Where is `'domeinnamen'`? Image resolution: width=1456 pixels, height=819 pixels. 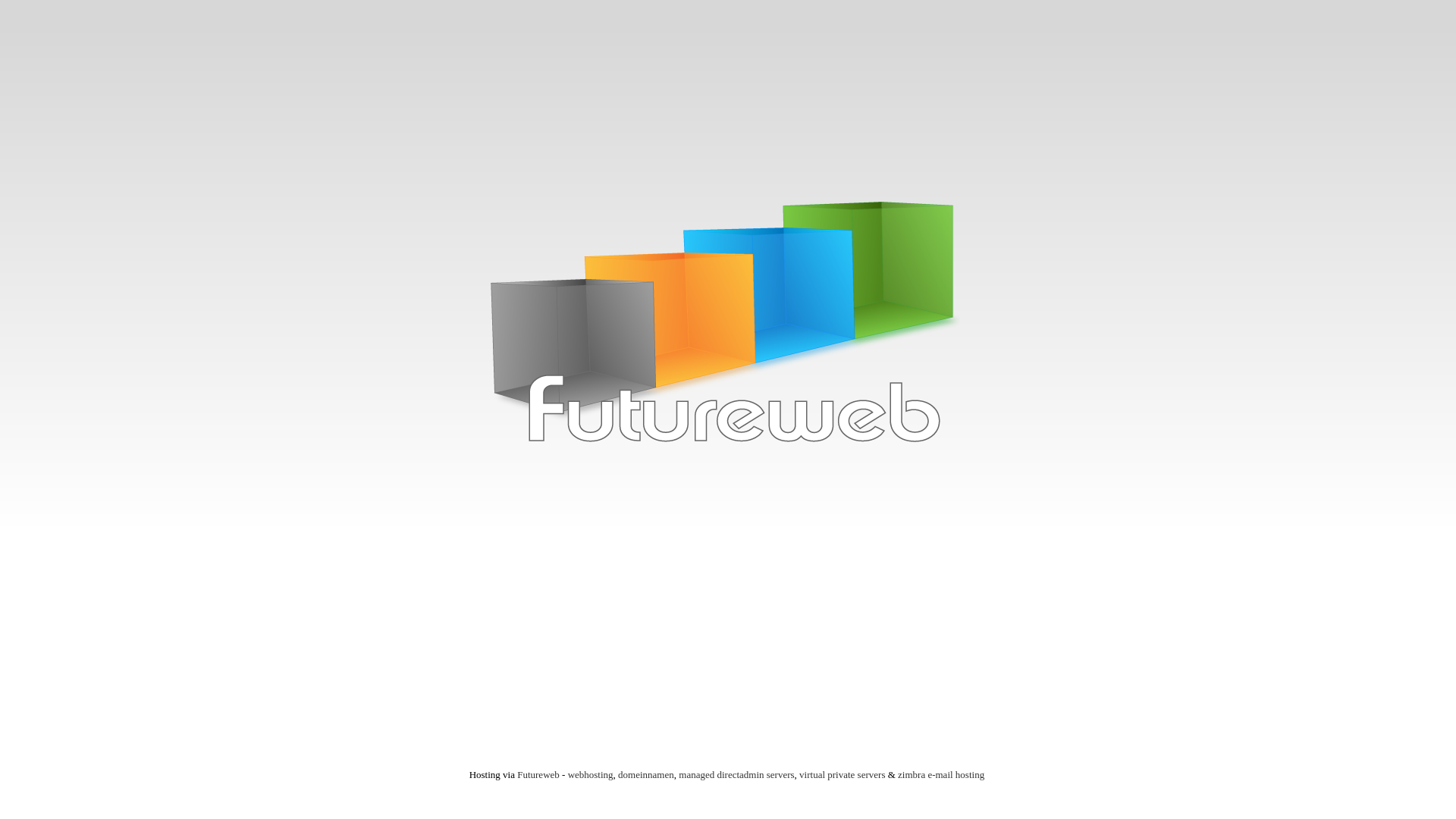 'domeinnamen' is located at coordinates (618, 774).